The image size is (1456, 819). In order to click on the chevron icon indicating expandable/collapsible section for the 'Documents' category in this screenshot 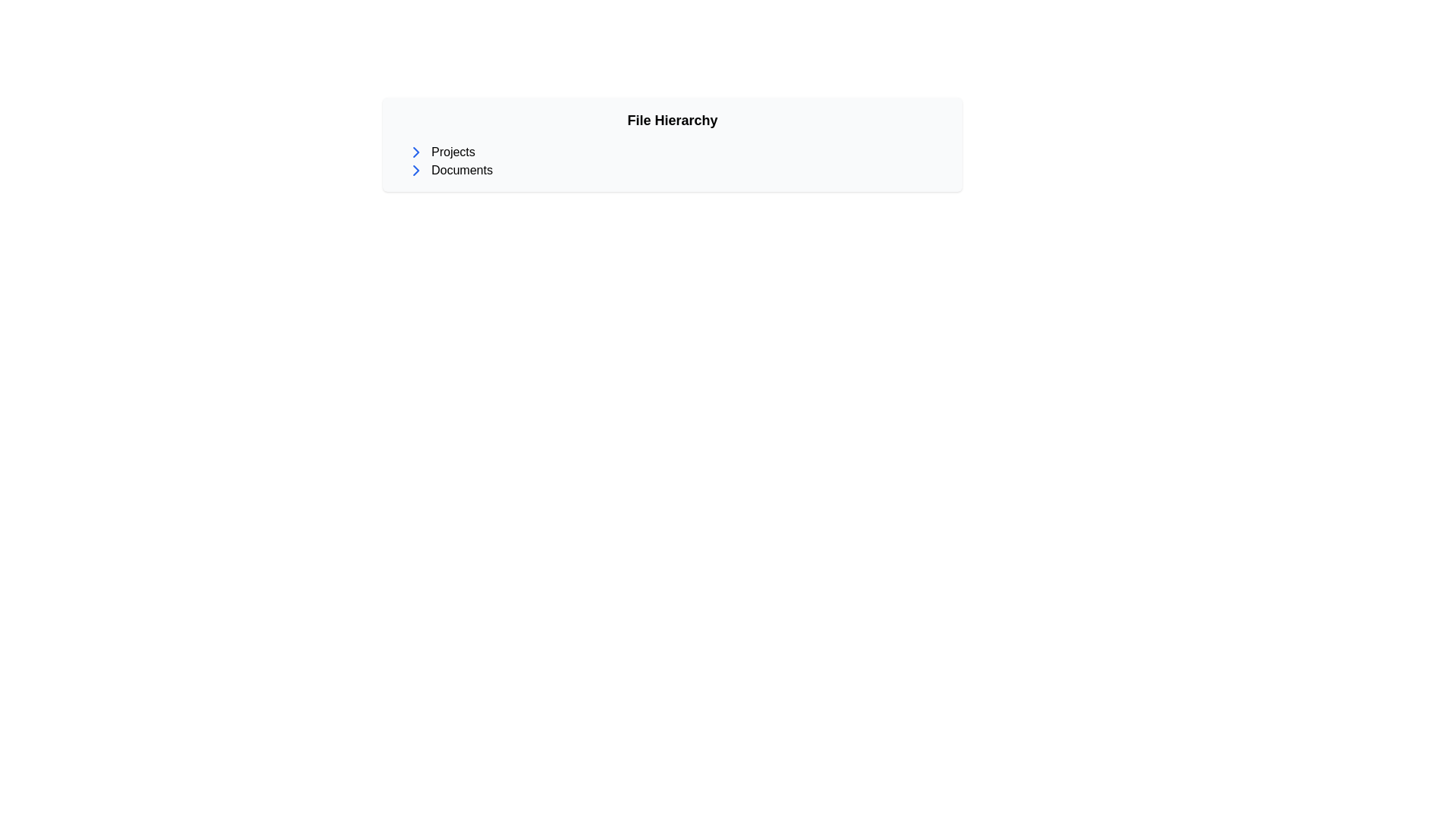, I will do `click(416, 170)`.